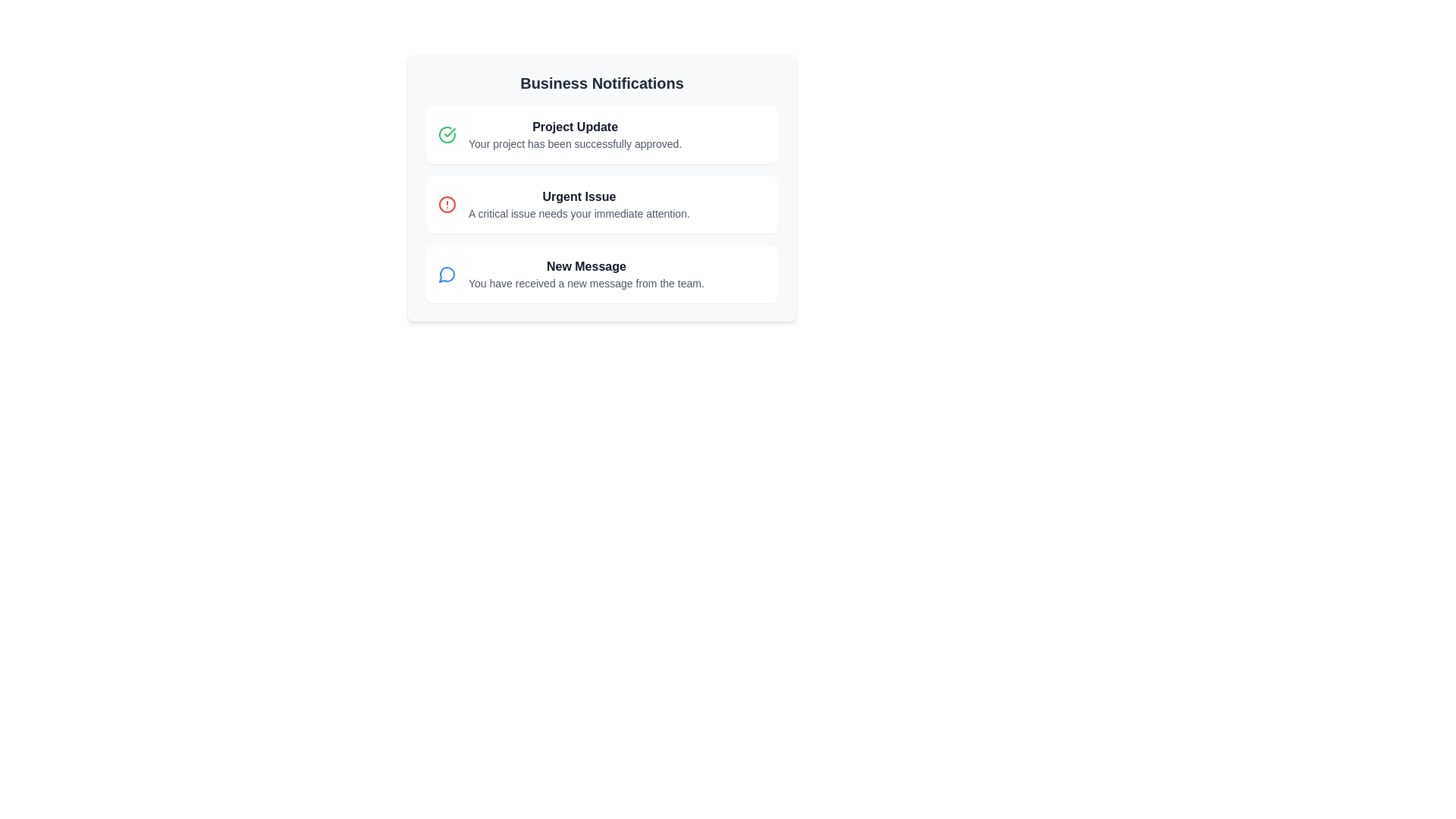 This screenshot has width=1456, height=819. Describe the element at coordinates (578, 213) in the screenshot. I see `the text content providing additional details about the urgency of the notification, located in the second notification card under the 'Business Notifications' section, beneath the 'Urgent Issue' title` at that location.